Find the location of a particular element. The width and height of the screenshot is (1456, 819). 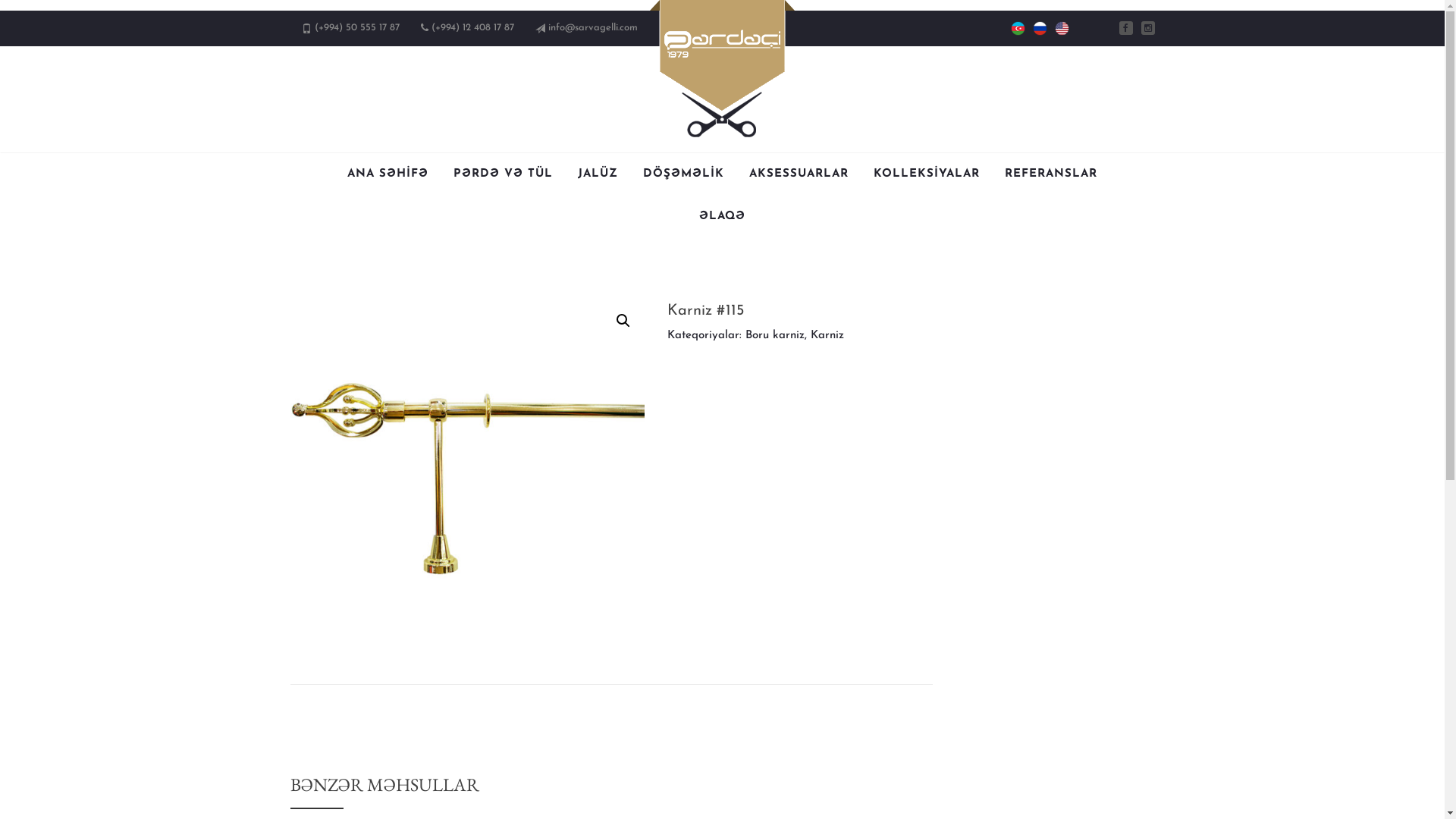

'renso (16)' is located at coordinates (466, 475).